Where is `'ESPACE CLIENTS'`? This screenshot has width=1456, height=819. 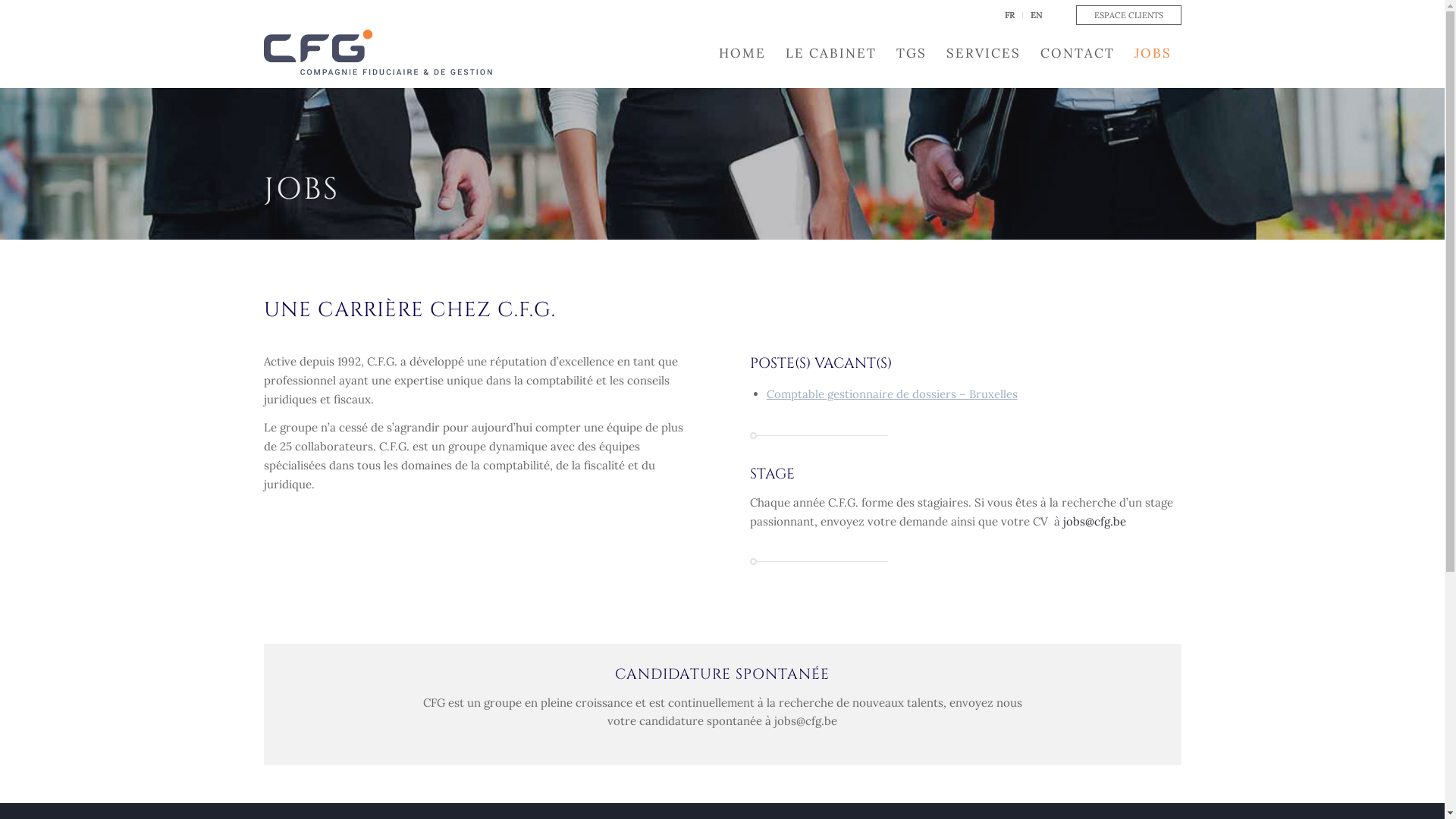
'ESPACE CLIENTS' is located at coordinates (1128, 14).